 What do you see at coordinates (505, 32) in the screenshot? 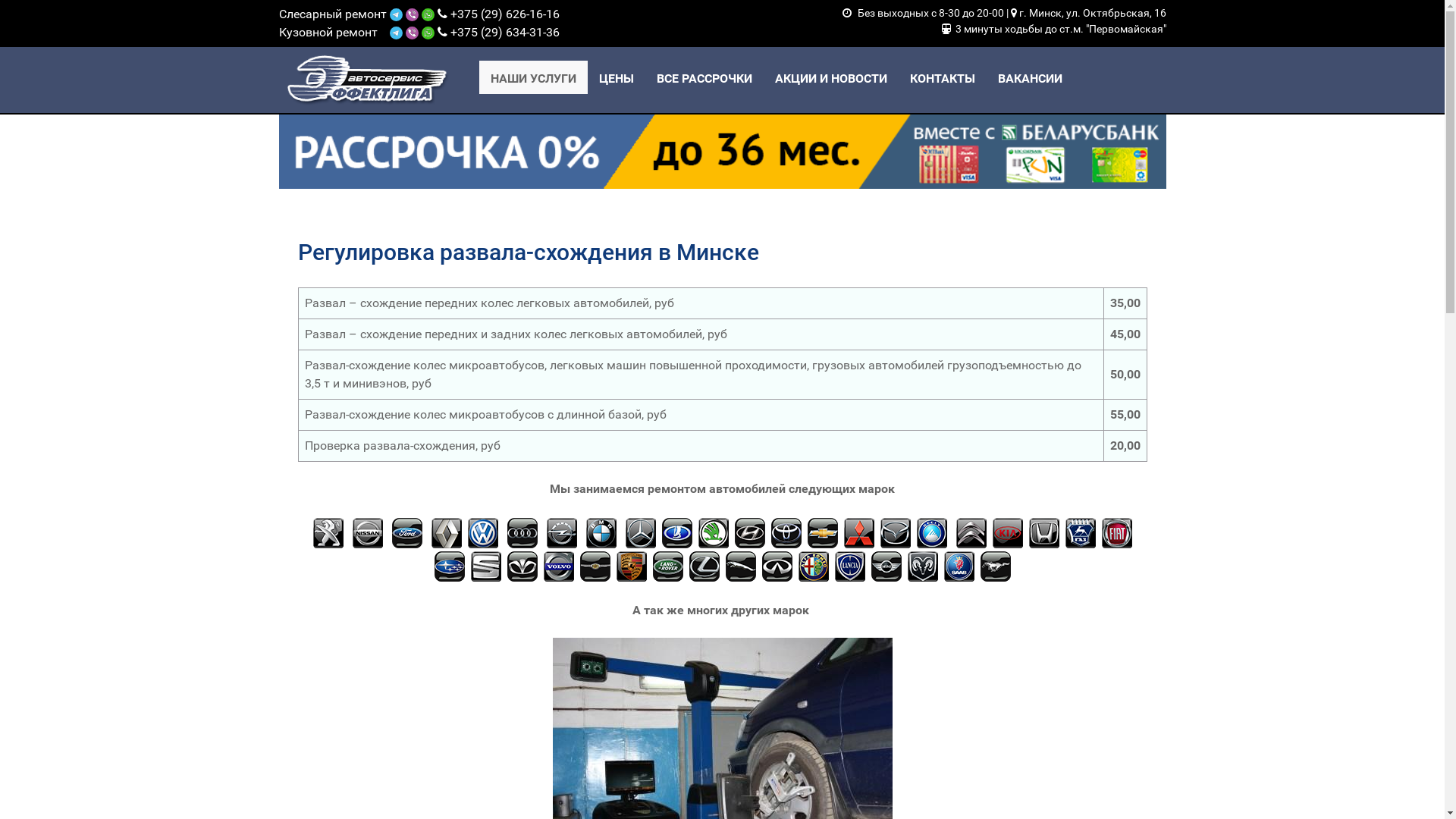
I see `'+375 (29) 634-31-36'` at bounding box center [505, 32].